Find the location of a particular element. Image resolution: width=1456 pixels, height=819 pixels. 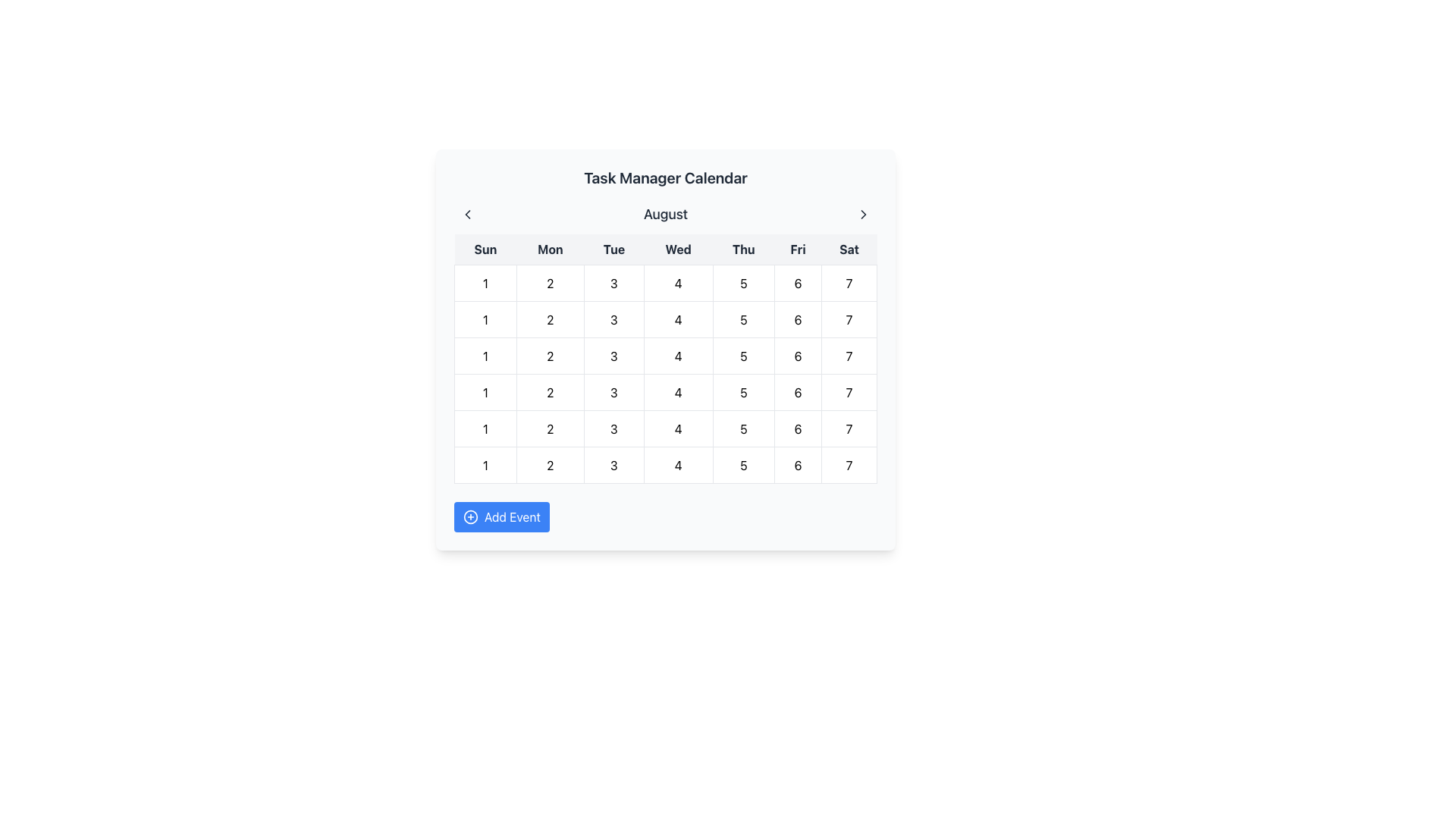

the bold number '2' displayed within a rounded, clickable area in the calendar grid under 'Mon' in the second column and fourth row is located at coordinates (549, 428).